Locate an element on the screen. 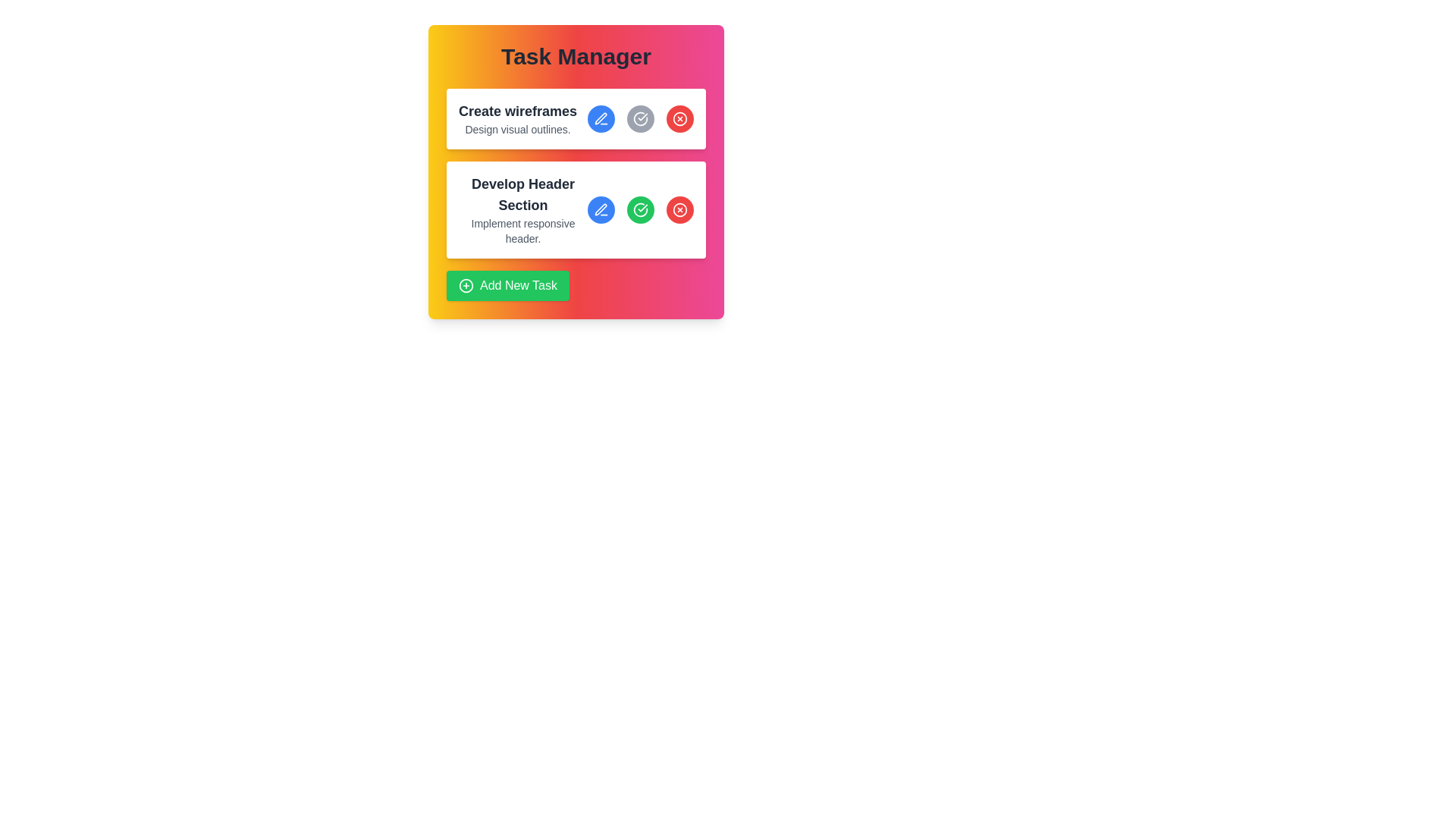 The height and width of the screenshot is (819, 1456). the composite text block that serves as a title and subtitle for a task in the task management interface, located at the top of the card beneath 'Task Manager' is located at coordinates (518, 118).